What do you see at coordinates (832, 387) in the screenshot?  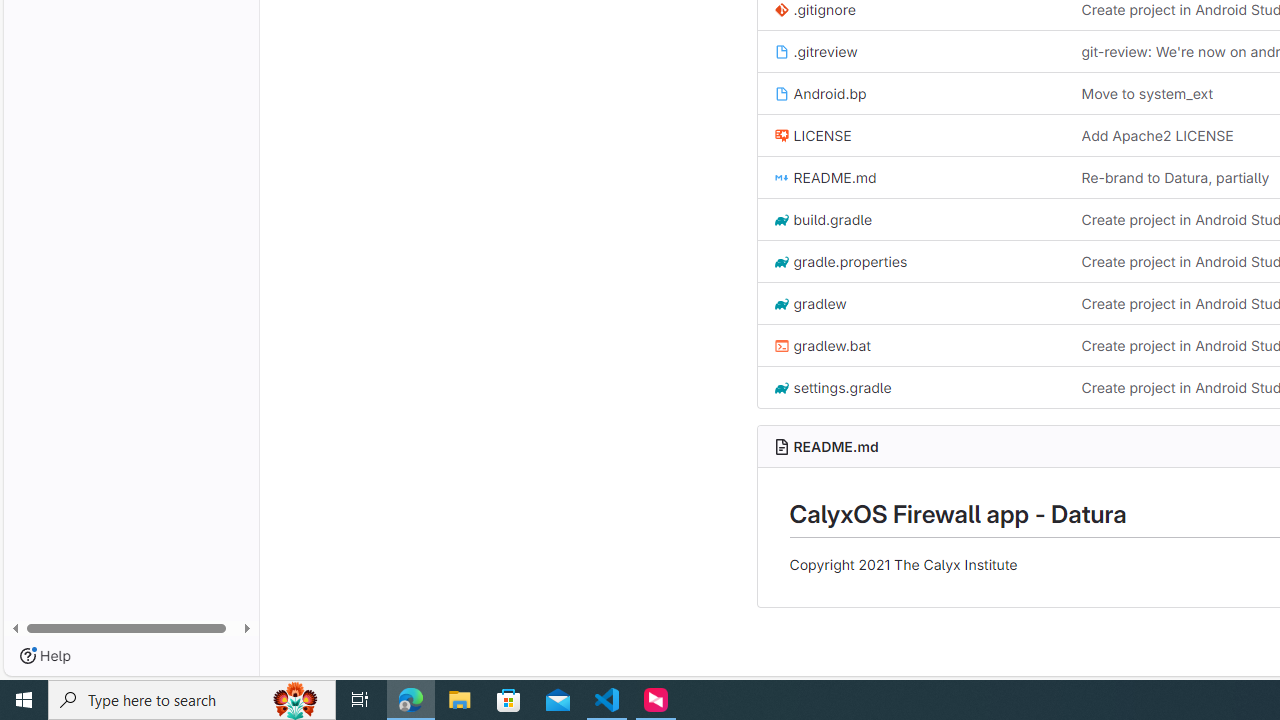 I see `'settings.gradle'` at bounding box center [832, 387].